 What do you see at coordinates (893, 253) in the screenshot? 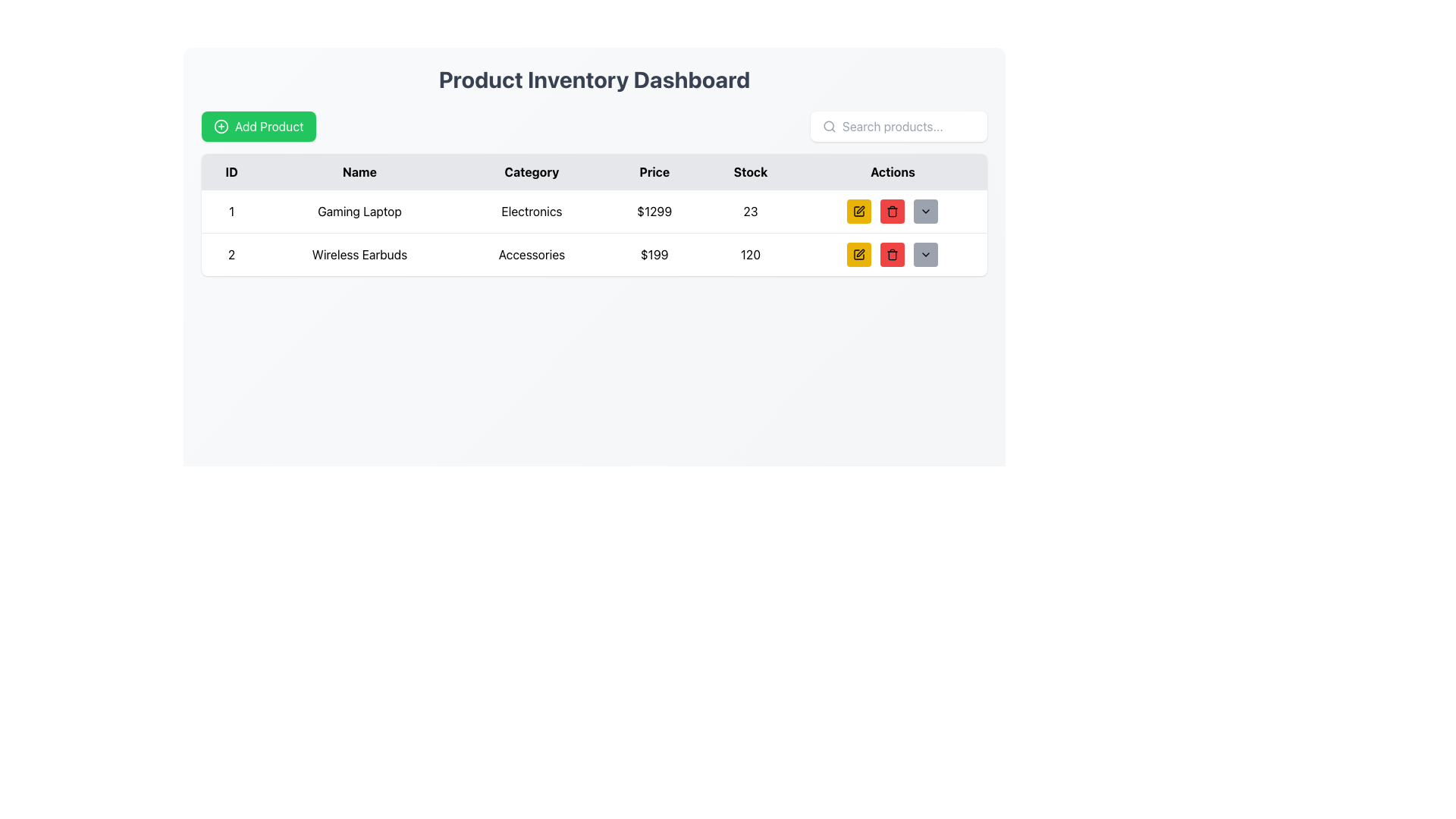
I see `the red delete button in the 'Actions' column of the 'Wireless Earbuds' product row` at bounding box center [893, 253].